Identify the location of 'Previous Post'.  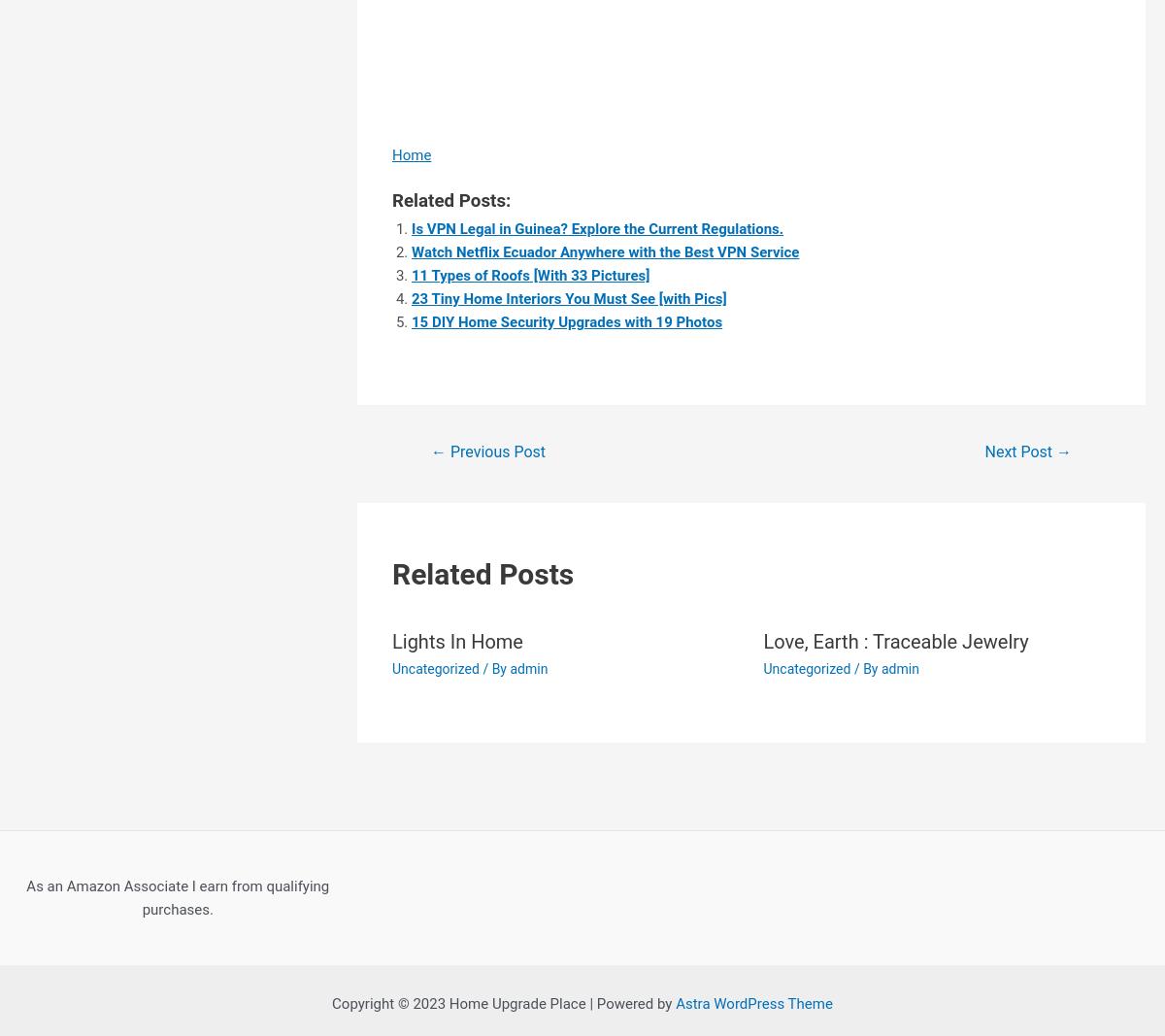
(494, 450).